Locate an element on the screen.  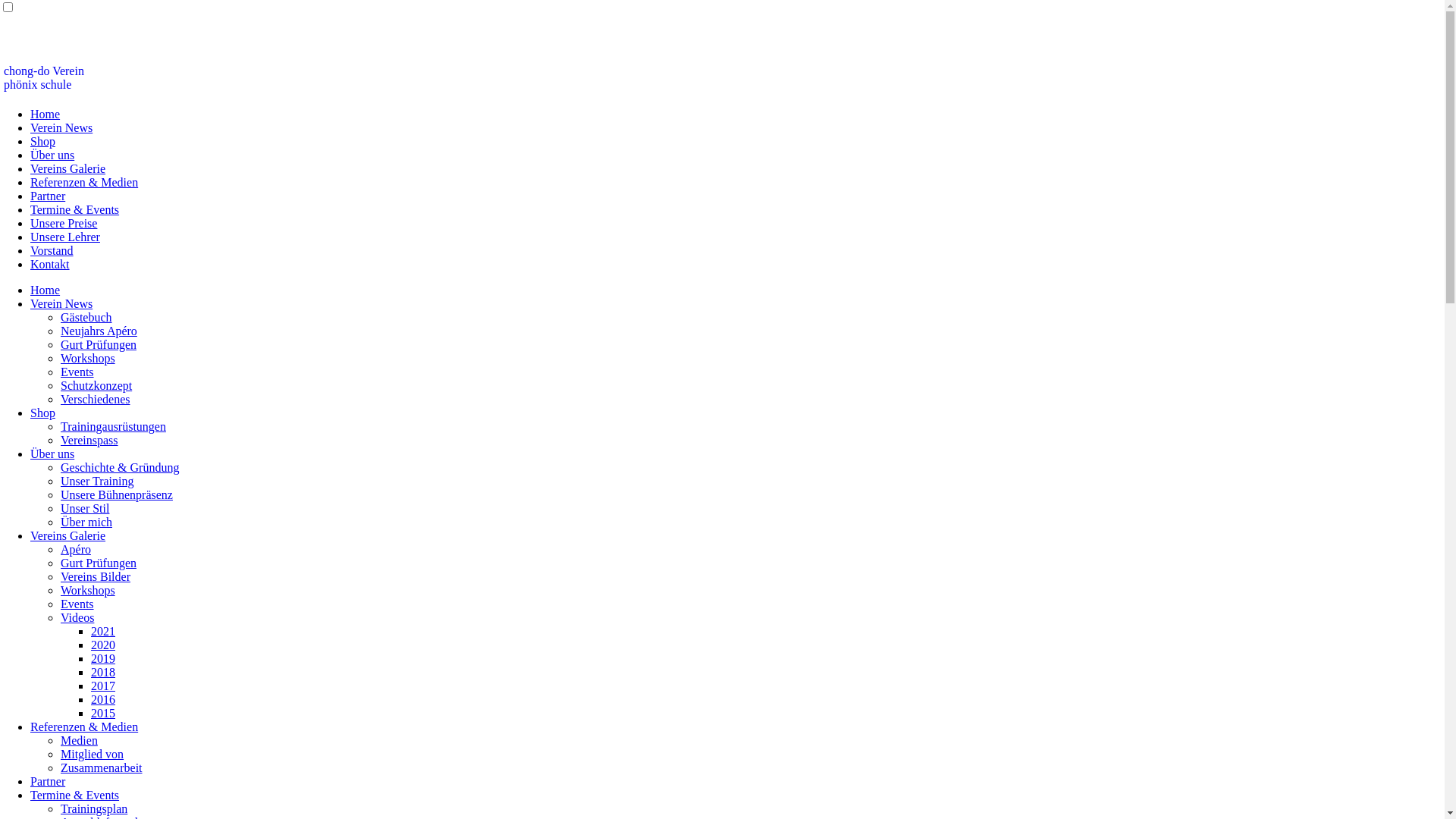
'Mitglied von' is located at coordinates (91, 754).